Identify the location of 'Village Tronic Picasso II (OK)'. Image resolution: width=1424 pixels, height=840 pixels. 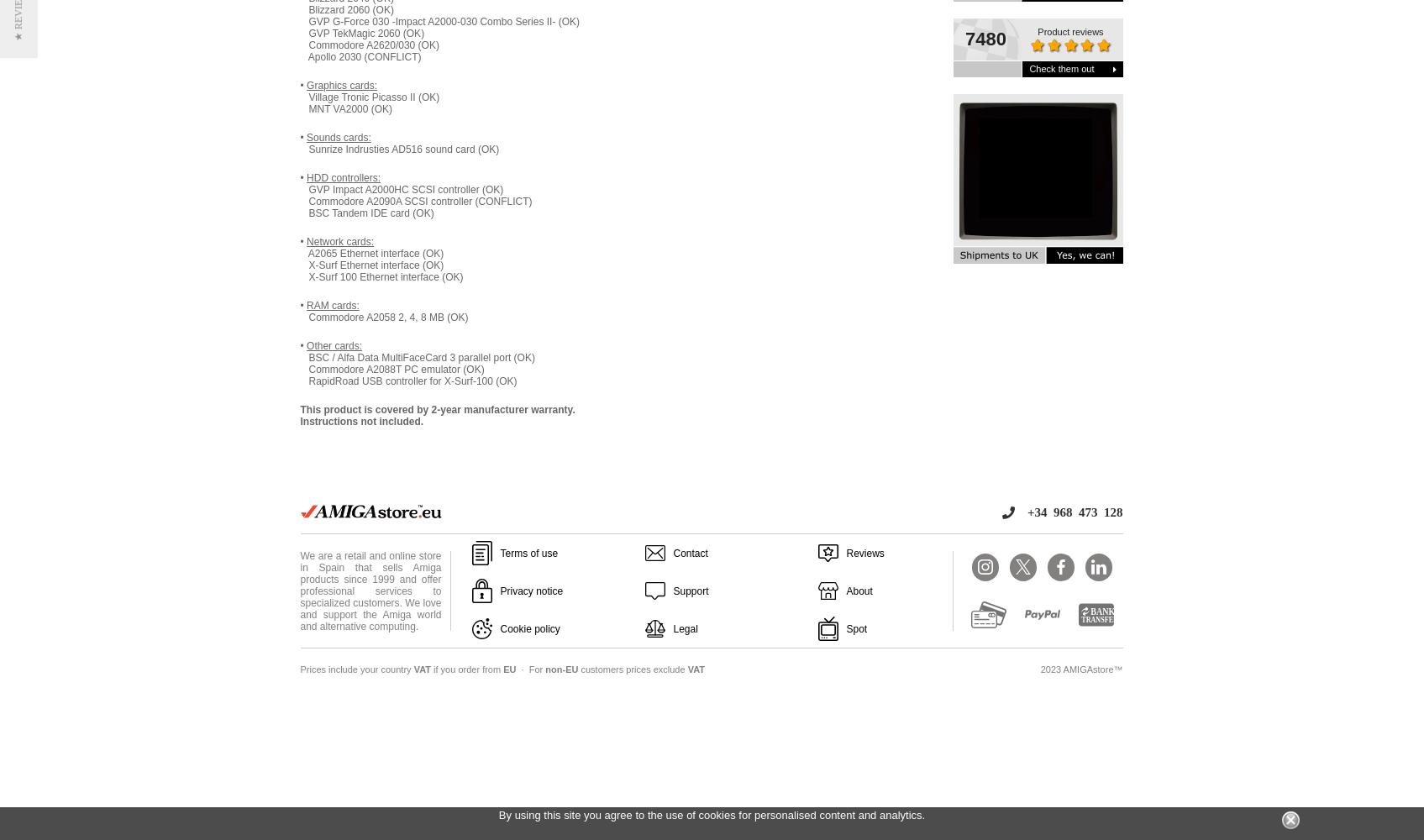
(370, 97).